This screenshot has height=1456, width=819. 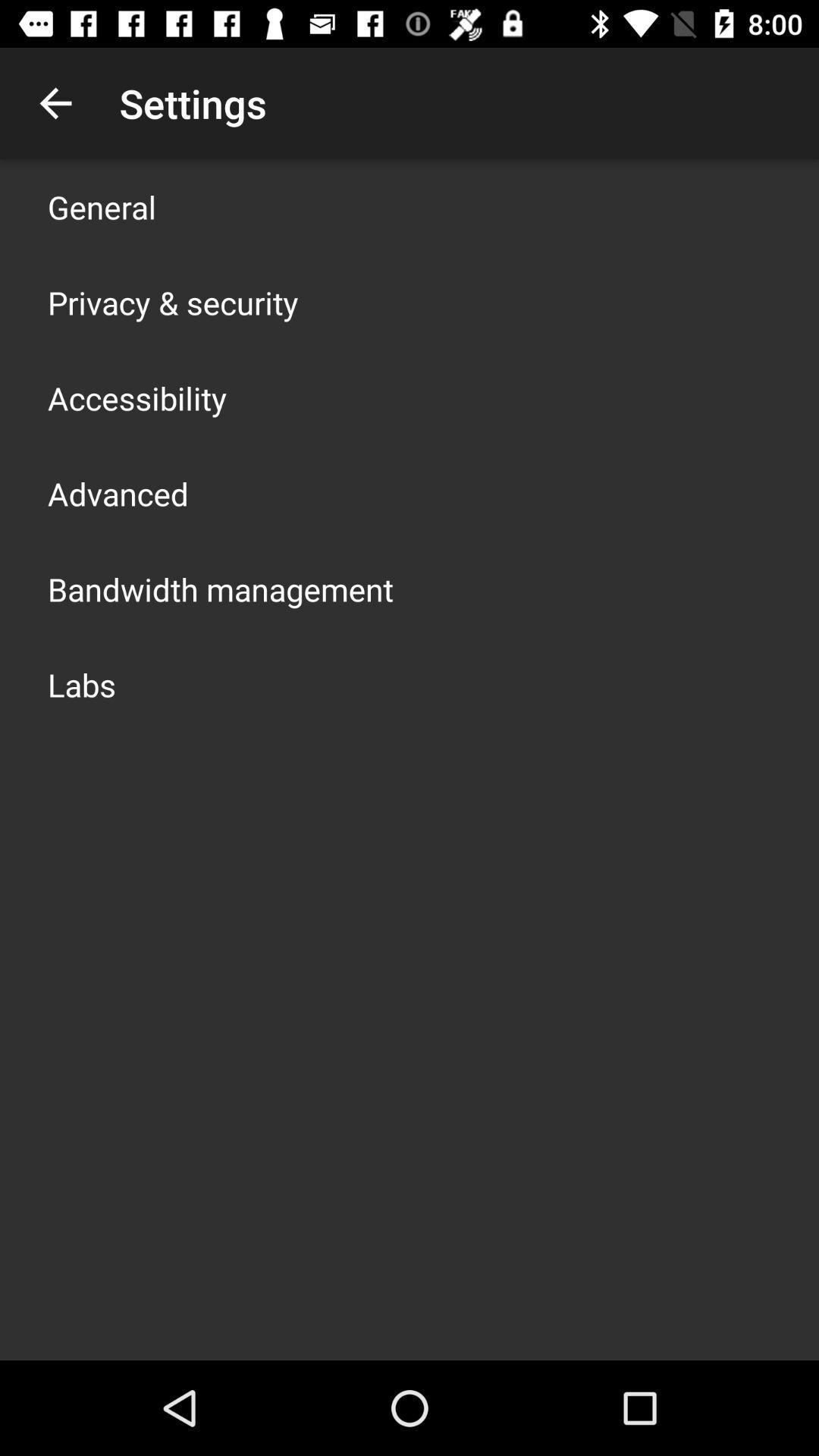 What do you see at coordinates (102, 206) in the screenshot?
I see `general app` at bounding box center [102, 206].